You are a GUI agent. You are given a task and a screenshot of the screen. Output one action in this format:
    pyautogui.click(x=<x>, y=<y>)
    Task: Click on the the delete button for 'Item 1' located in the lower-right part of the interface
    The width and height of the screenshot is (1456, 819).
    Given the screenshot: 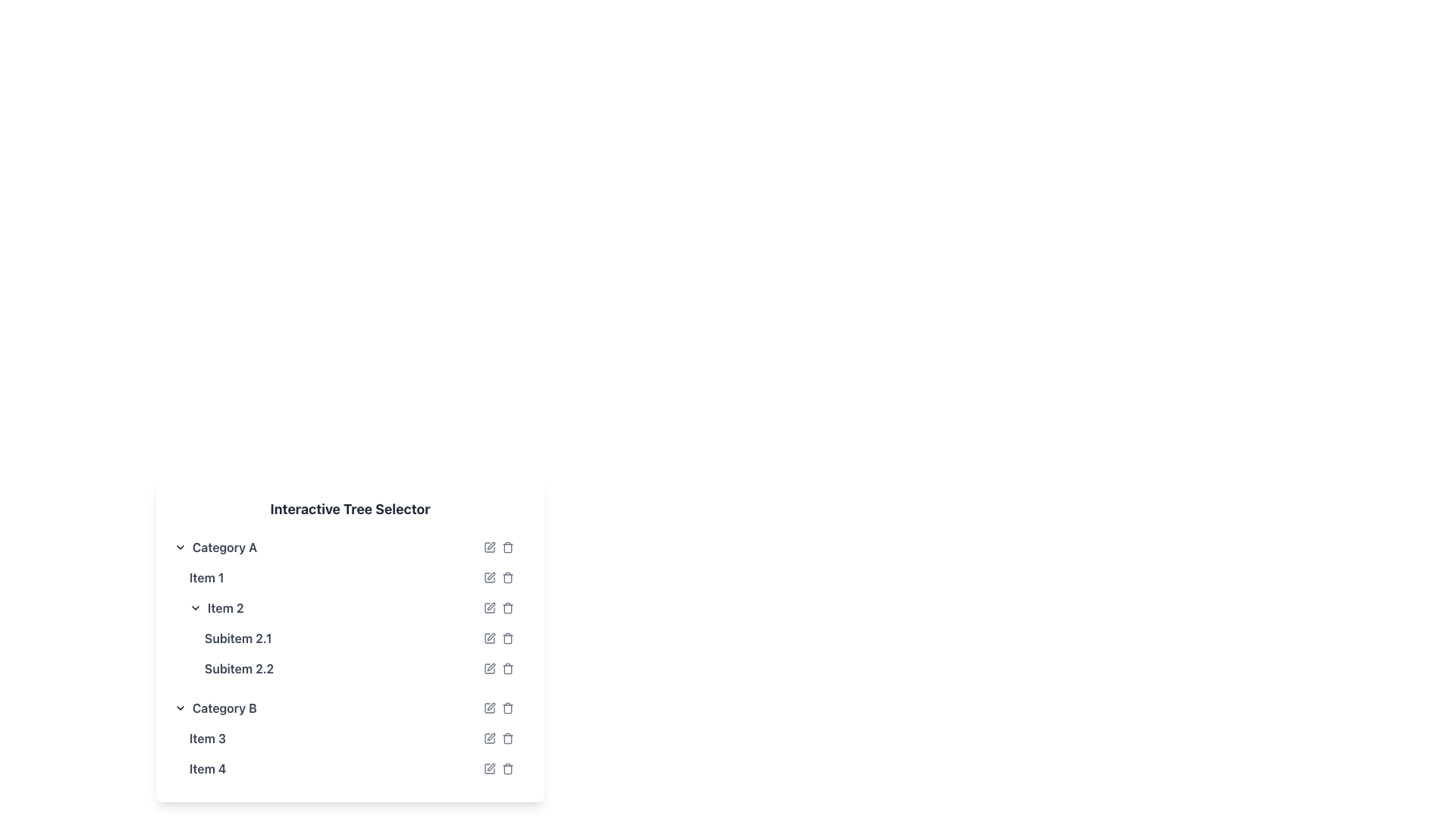 What is the action you would take?
    pyautogui.click(x=508, y=578)
    